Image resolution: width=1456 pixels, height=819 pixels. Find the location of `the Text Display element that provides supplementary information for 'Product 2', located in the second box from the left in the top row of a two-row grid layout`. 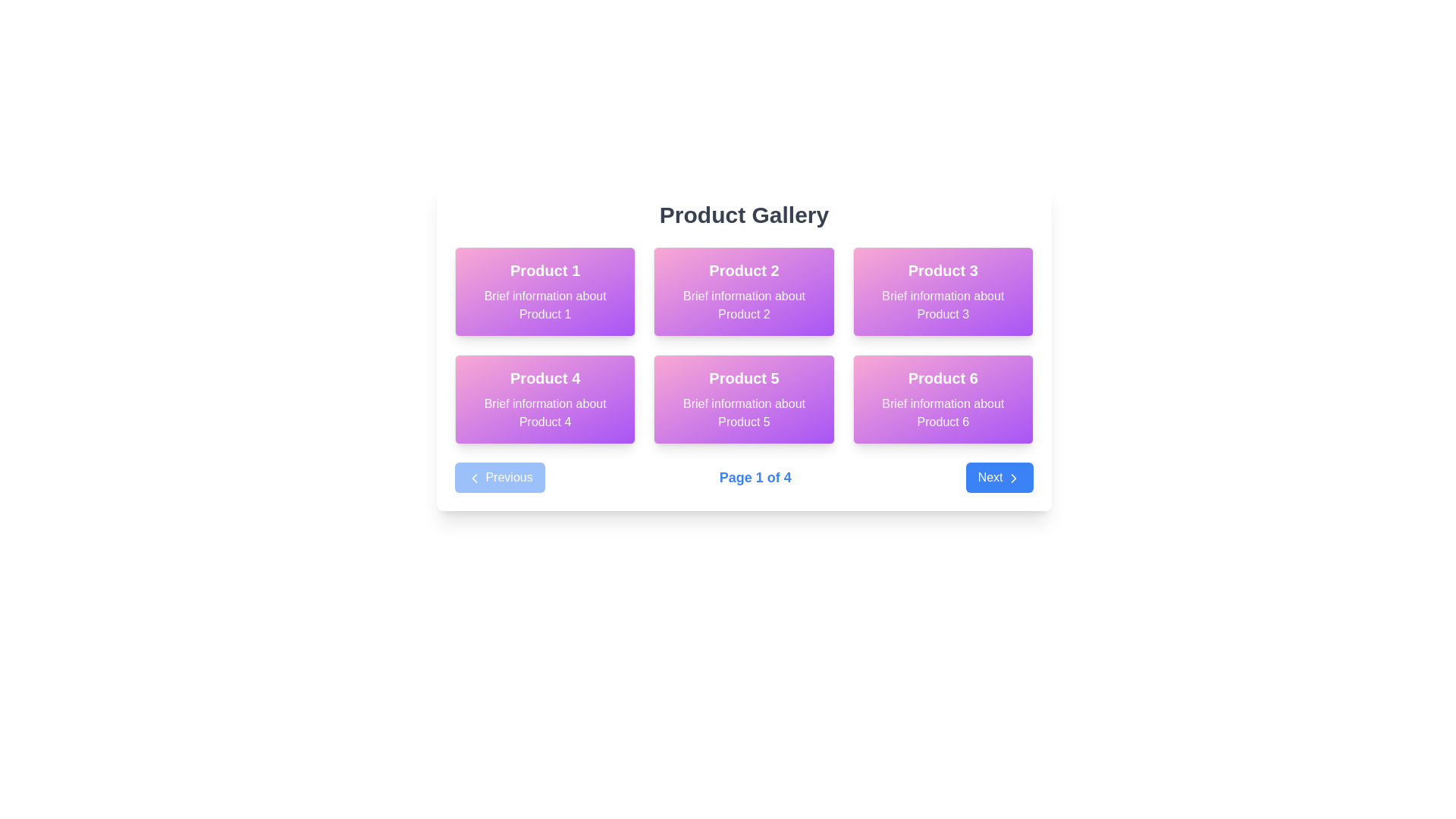

the Text Display element that provides supplementary information for 'Product 2', located in the second box from the left in the top row of a two-row grid layout is located at coordinates (744, 305).